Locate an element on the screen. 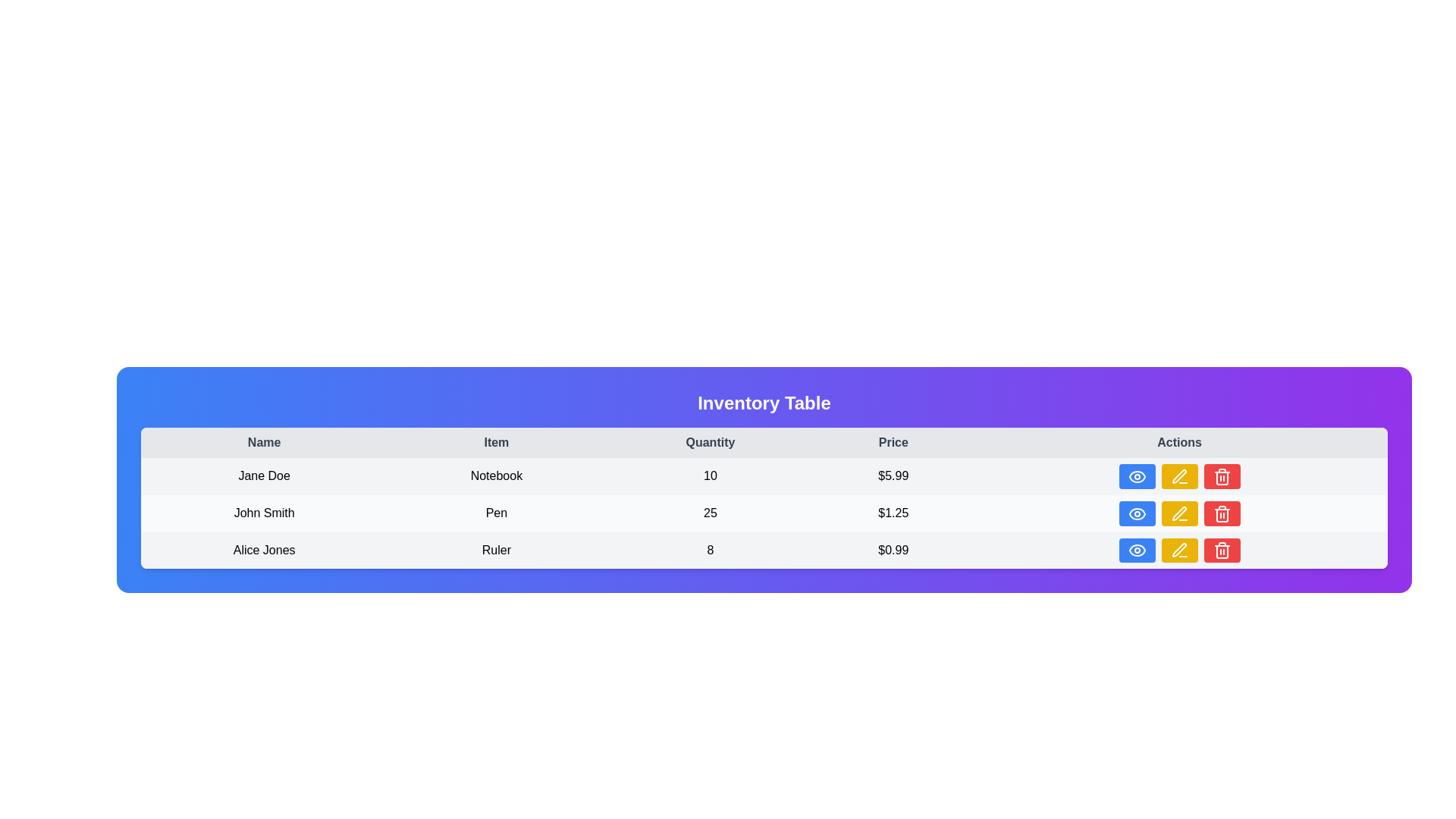 The height and width of the screenshot is (819, 1456). the leftmost 'view' button in the 'Actions' column of the table for the item 'Ruler' is located at coordinates (1137, 550).